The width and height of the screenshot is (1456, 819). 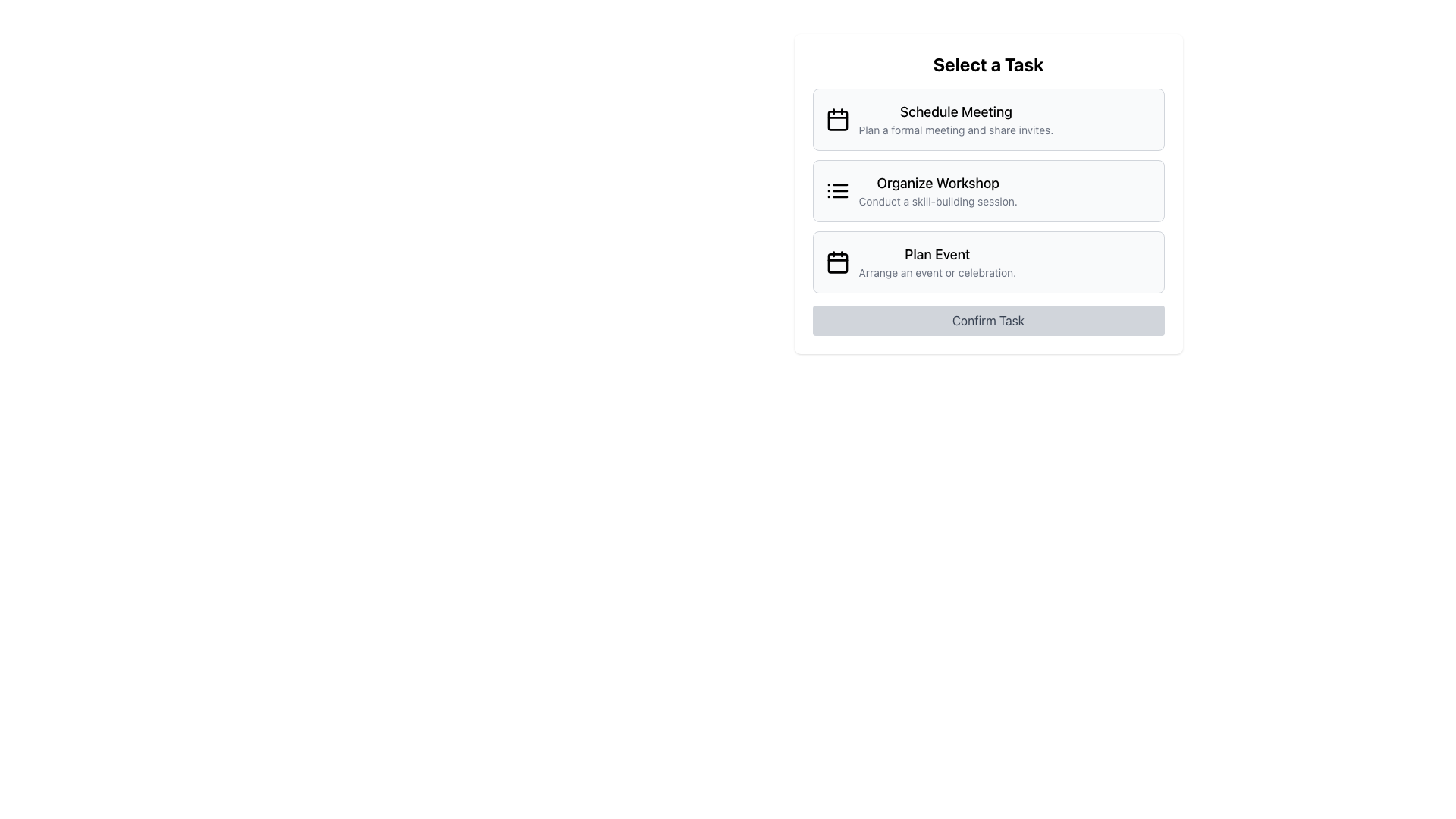 What do you see at coordinates (937, 190) in the screenshot?
I see `to select the task 'Organize Workshop' from the selectable list, which appears as the second item in a vertical list of tasks` at bounding box center [937, 190].